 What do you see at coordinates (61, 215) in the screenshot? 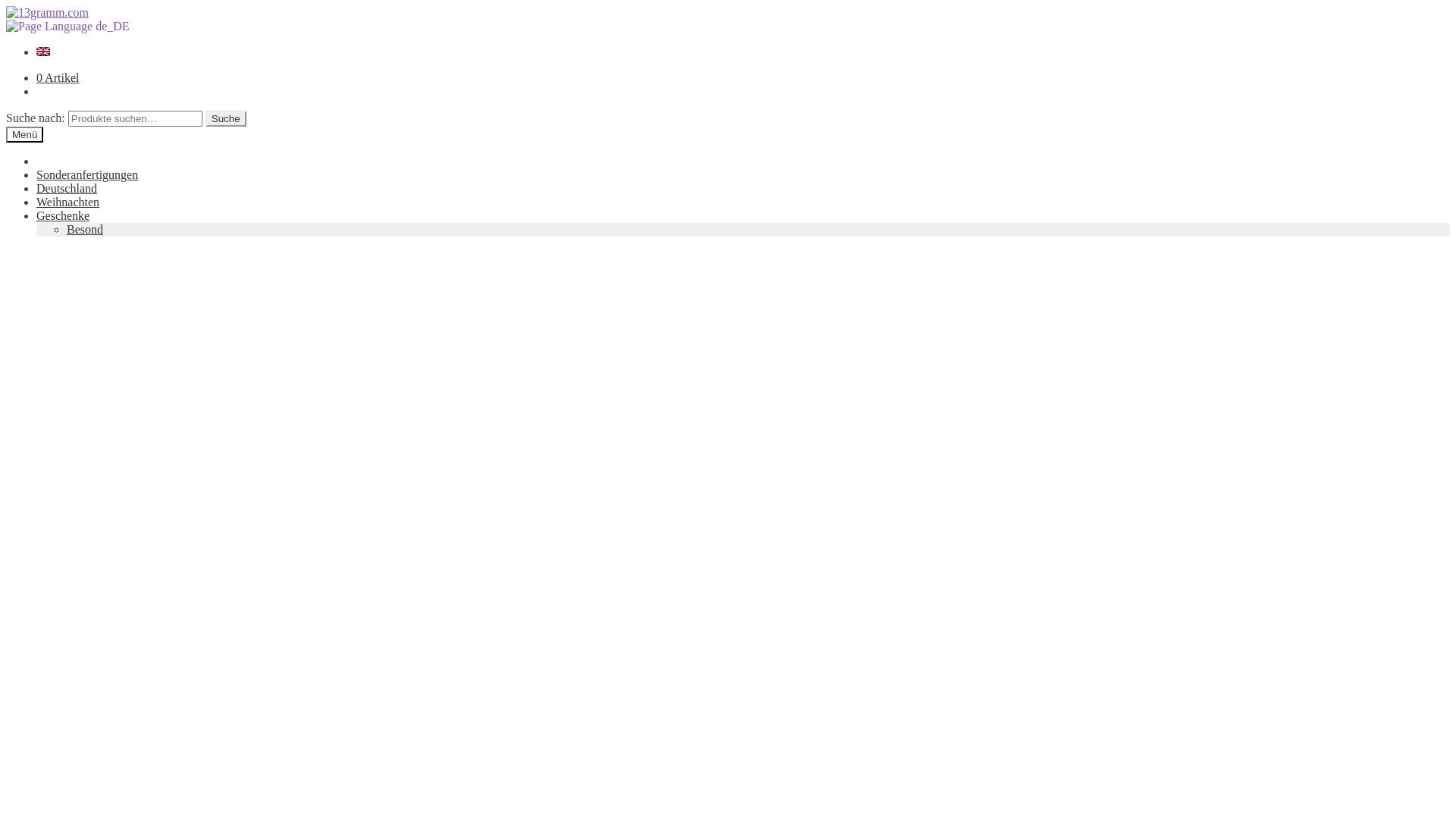
I see `'Geschenke'` at bounding box center [61, 215].